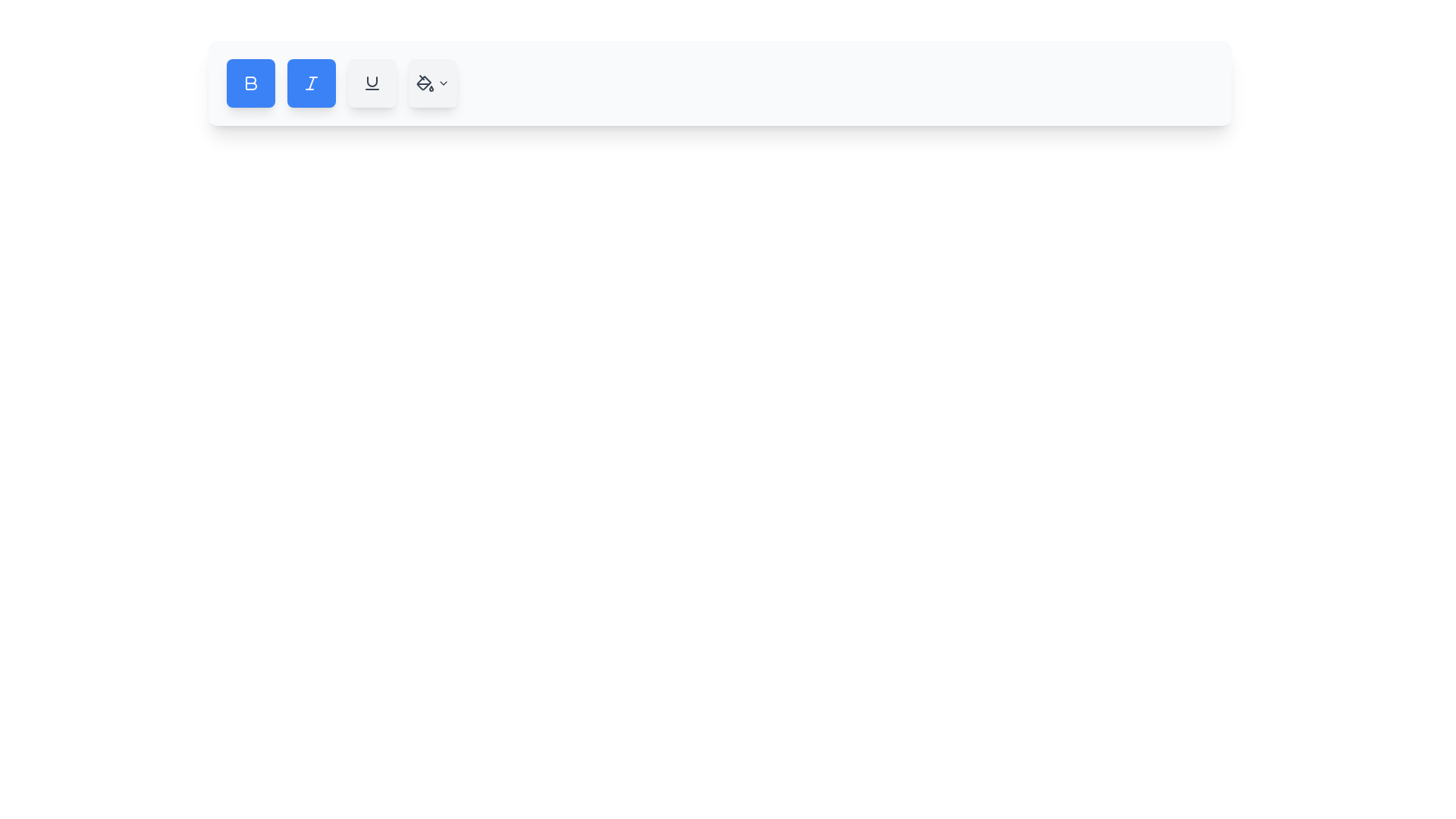 The image size is (1456, 819). I want to click on the button containing the bold 'B' icon in the toolbar, which represents bold text functionality, so click(251, 83).